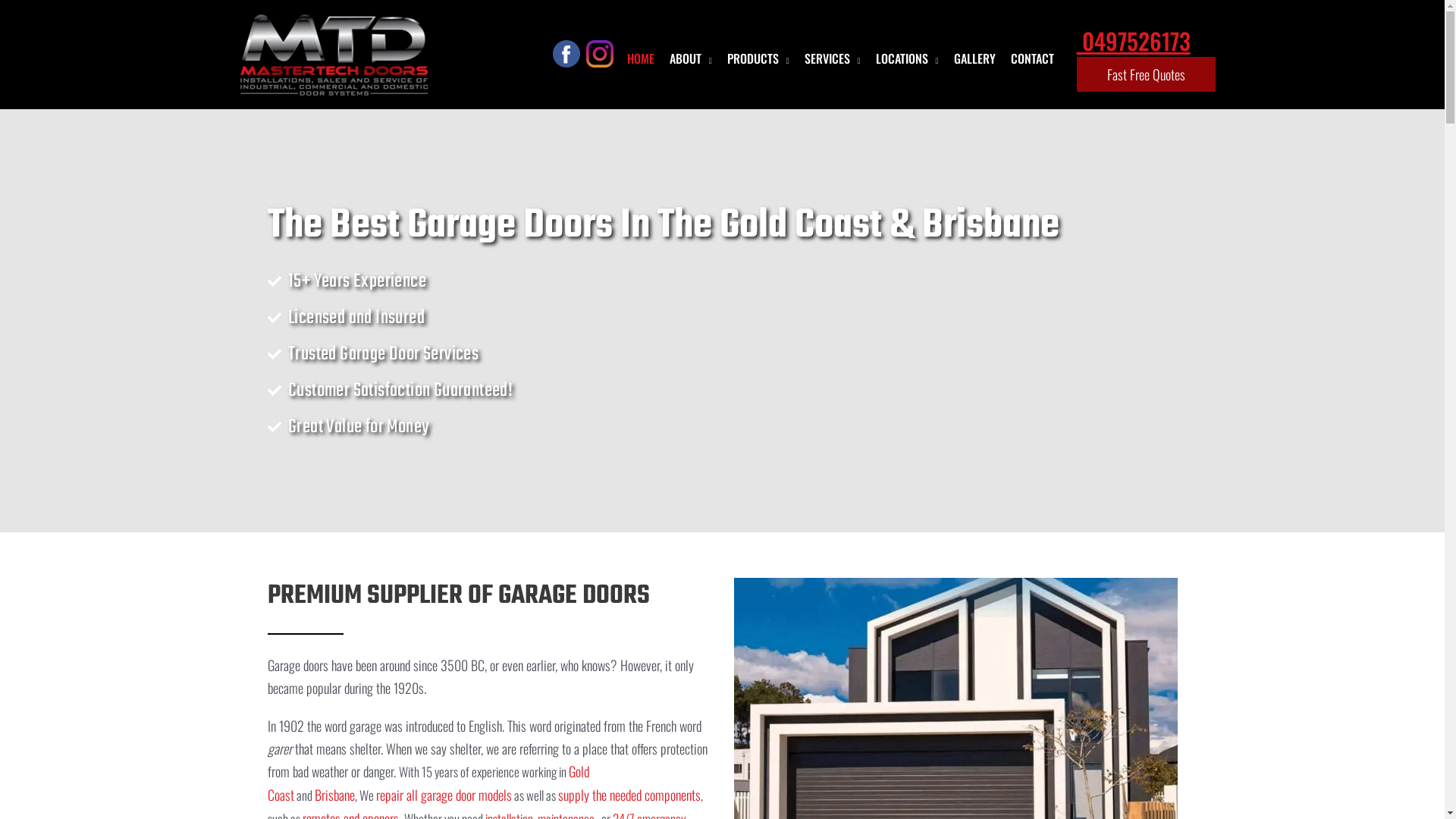 This screenshot has width=1456, height=819. I want to click on 'HOME', so click(640, 54).